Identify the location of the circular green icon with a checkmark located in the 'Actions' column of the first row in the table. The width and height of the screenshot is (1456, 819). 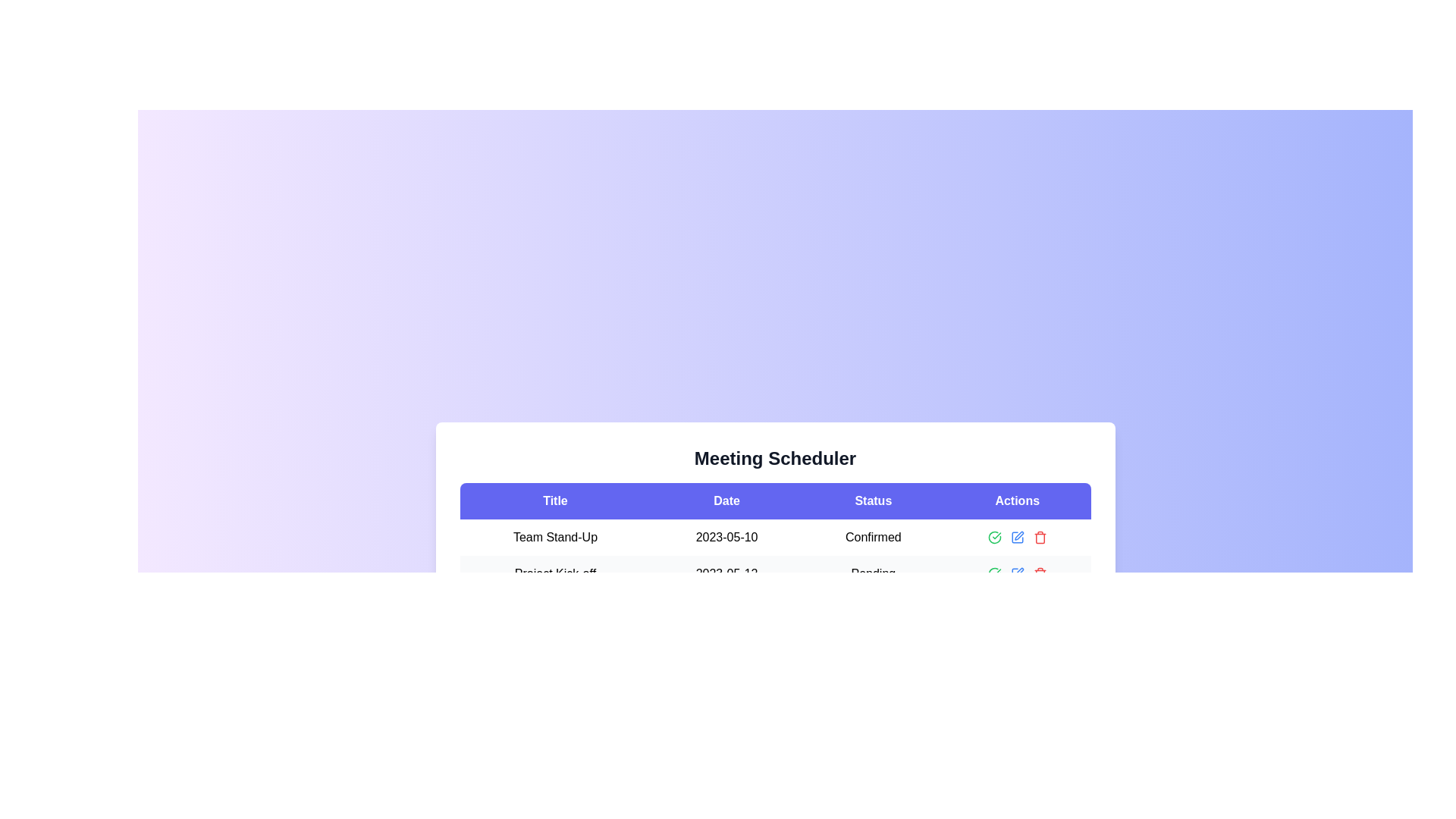
(994, 573).